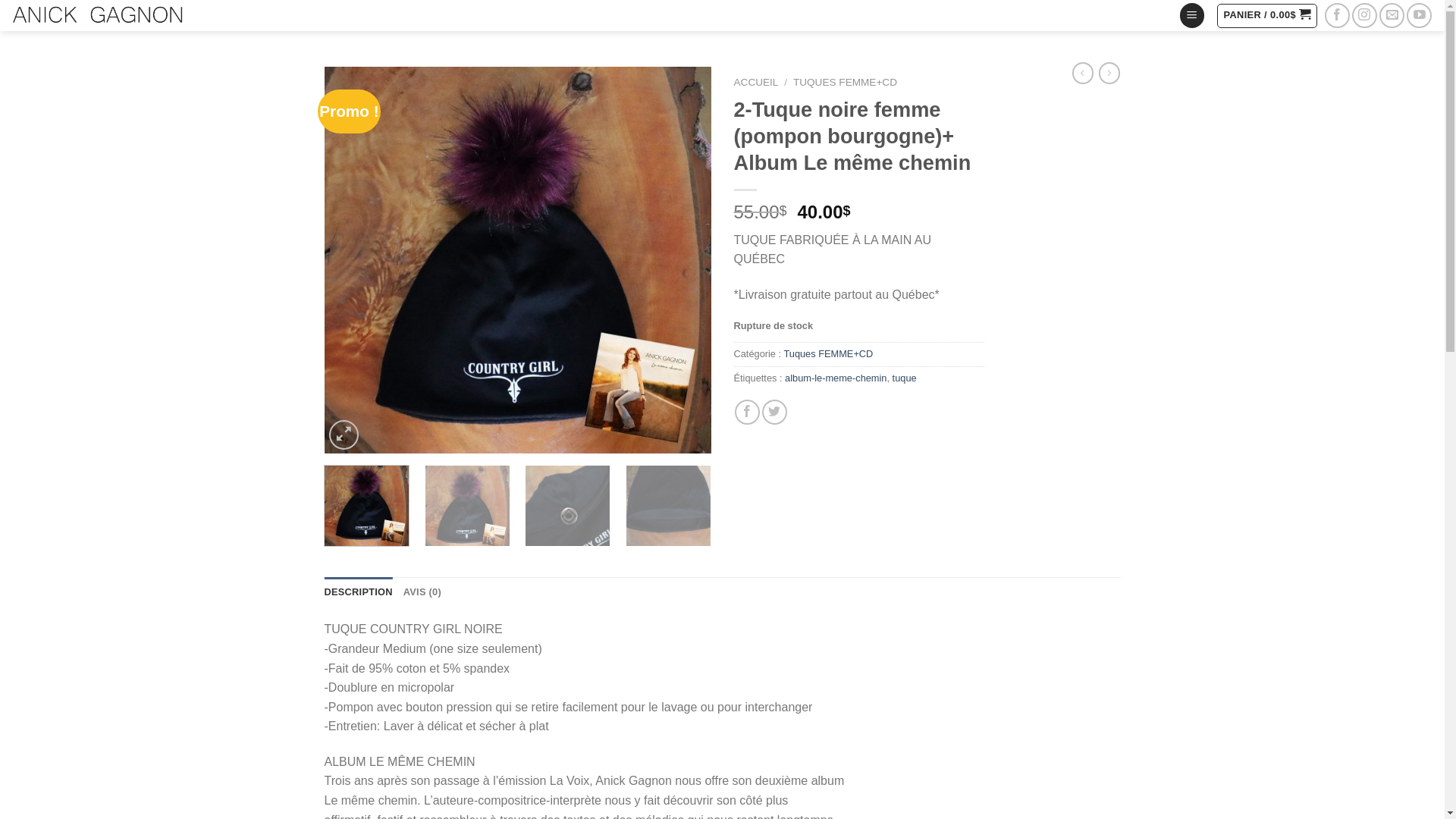 This screenshot has height=819, width=1456. Describe the element at coordinates (844, 82) in the screenshot. I see `'TUQUES FEMME+CD'` at that location.